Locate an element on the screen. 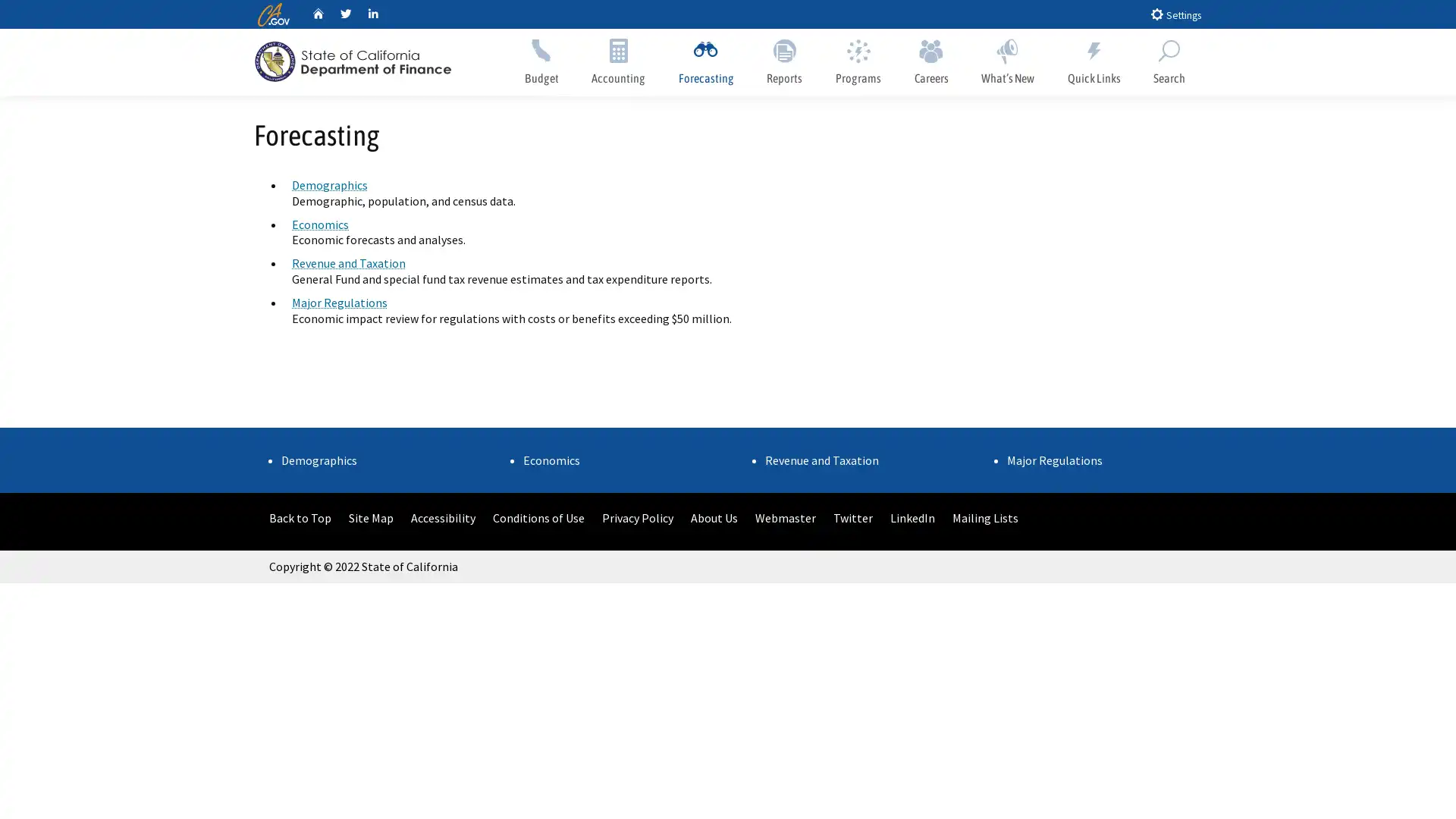 Image resolution: width=1456 pixels, height=819 pixels. Settings is located at coordinates (1175, 14).